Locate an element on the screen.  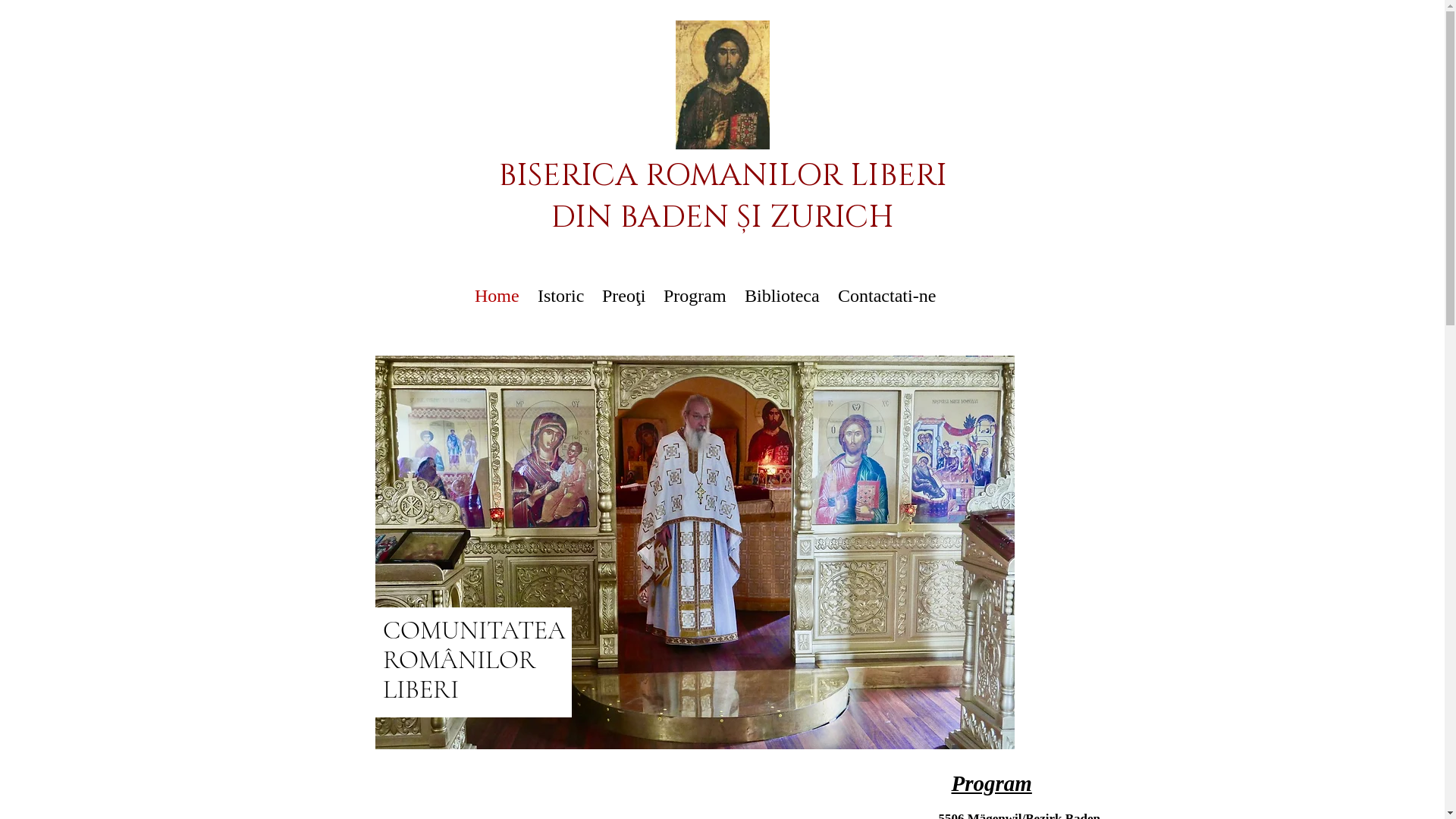
'Contactati-ne' is located at coordinates (886, 296).